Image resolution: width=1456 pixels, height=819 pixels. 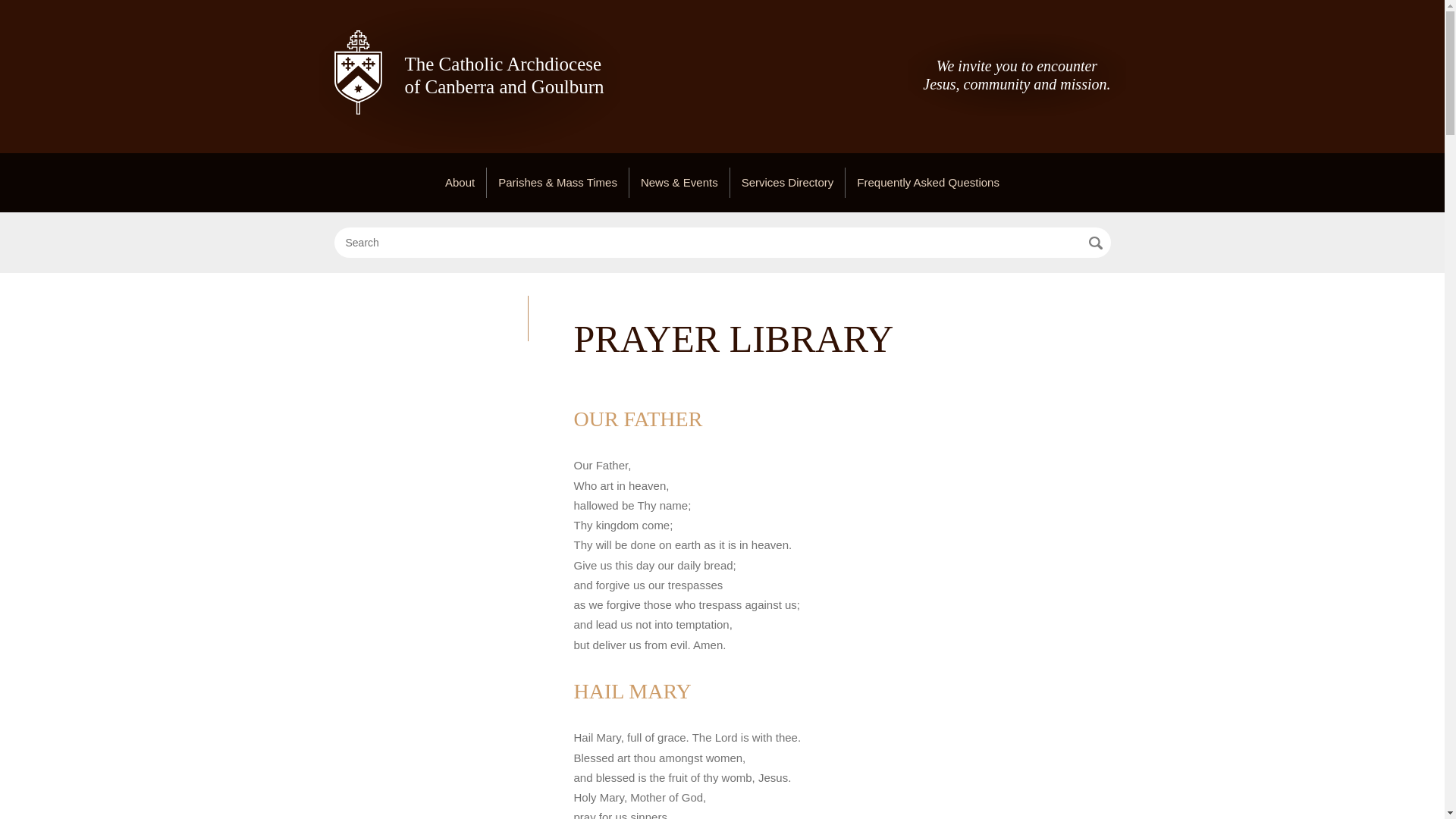 I want to click on ' The Catholic Archdiocese, so click(x=468, y=78).